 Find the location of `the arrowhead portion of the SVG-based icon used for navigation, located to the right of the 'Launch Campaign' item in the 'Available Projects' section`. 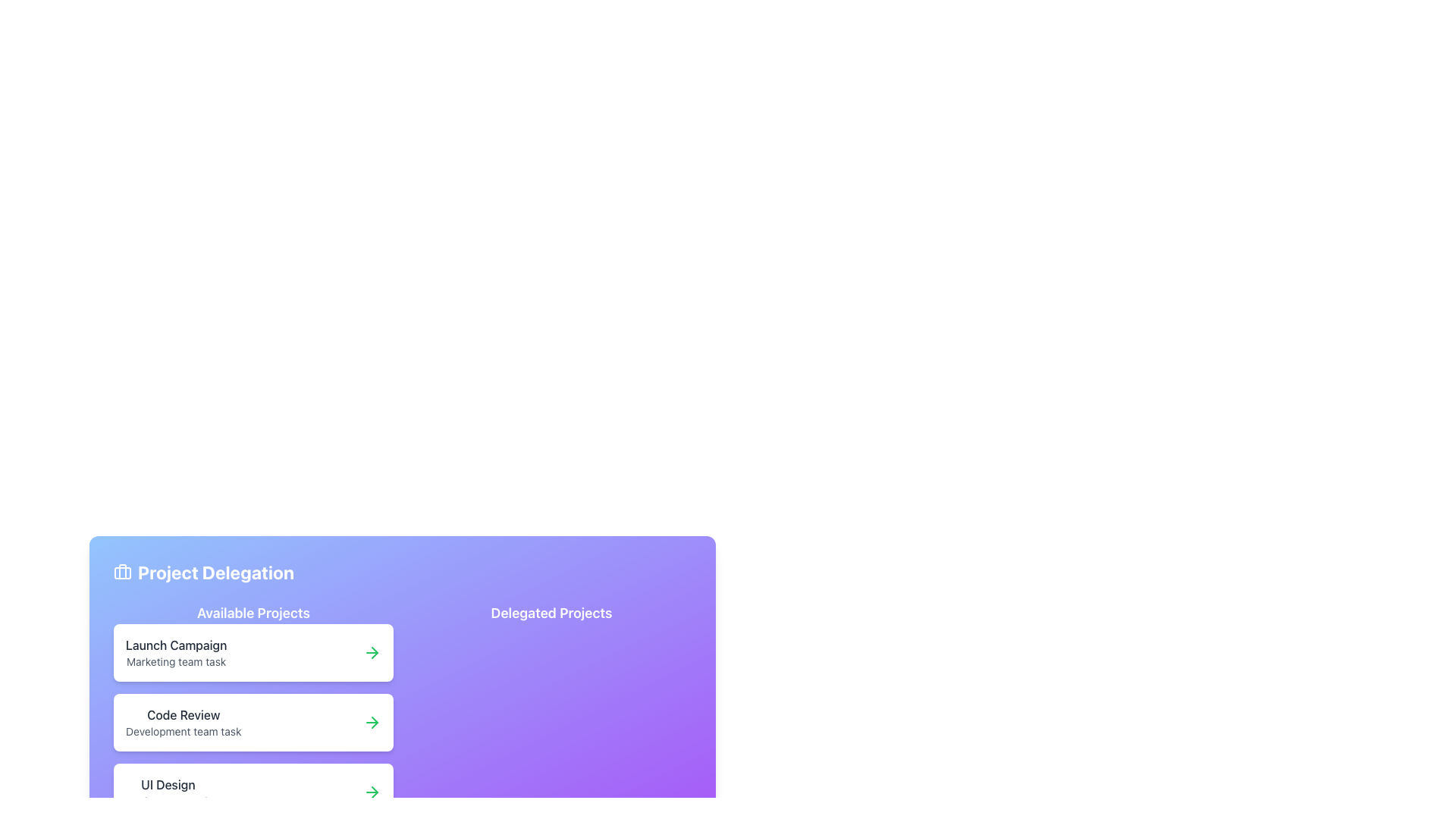

the arrowhead portion of the SVG-based icon used for navigation, located to the right of the 'Launch Campaign' item in the 'Available Projects' section is located at coordinates (375, 721).